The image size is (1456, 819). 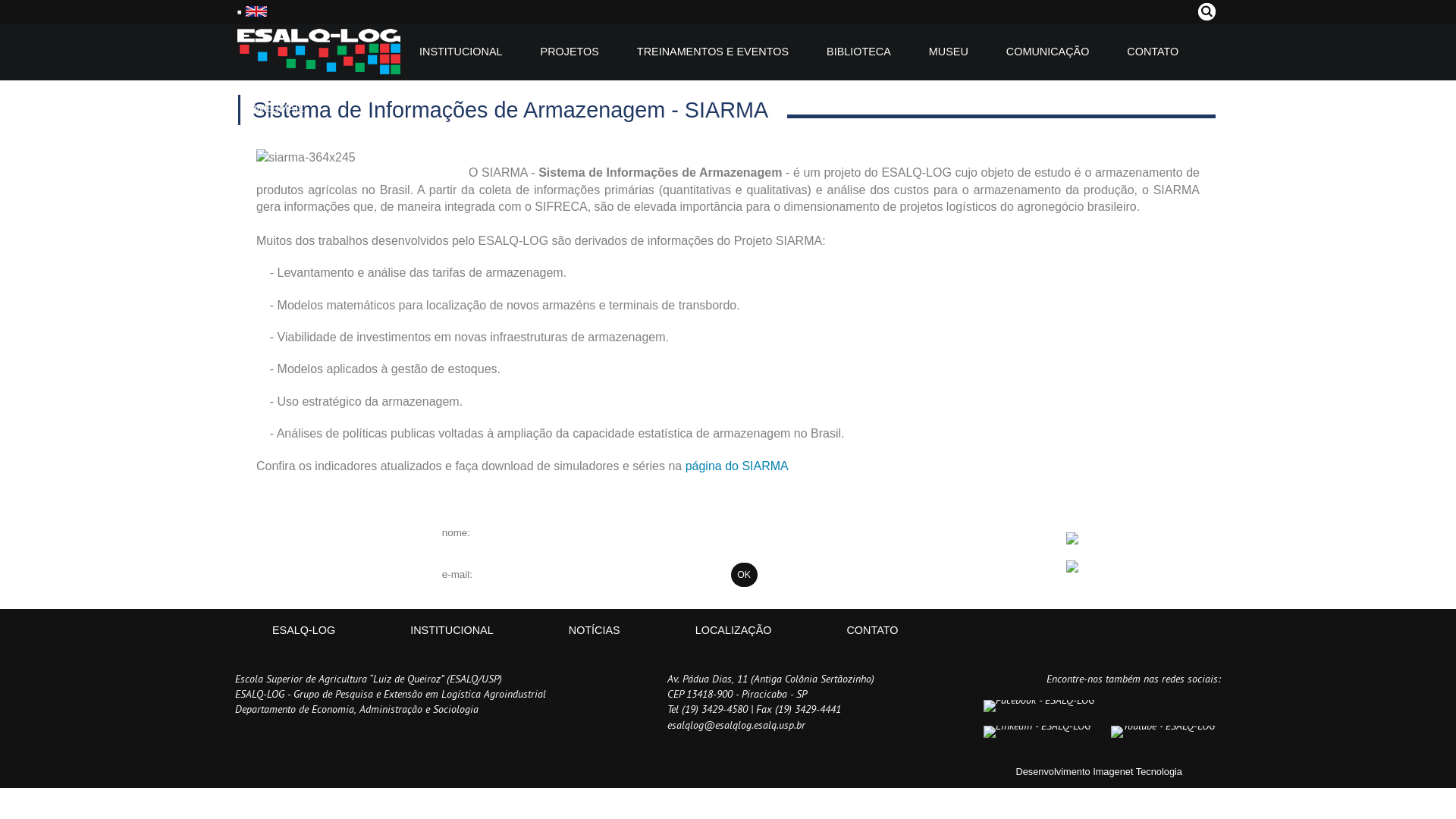 I want to click on 'MUSEU', so click(x=948, y=51).